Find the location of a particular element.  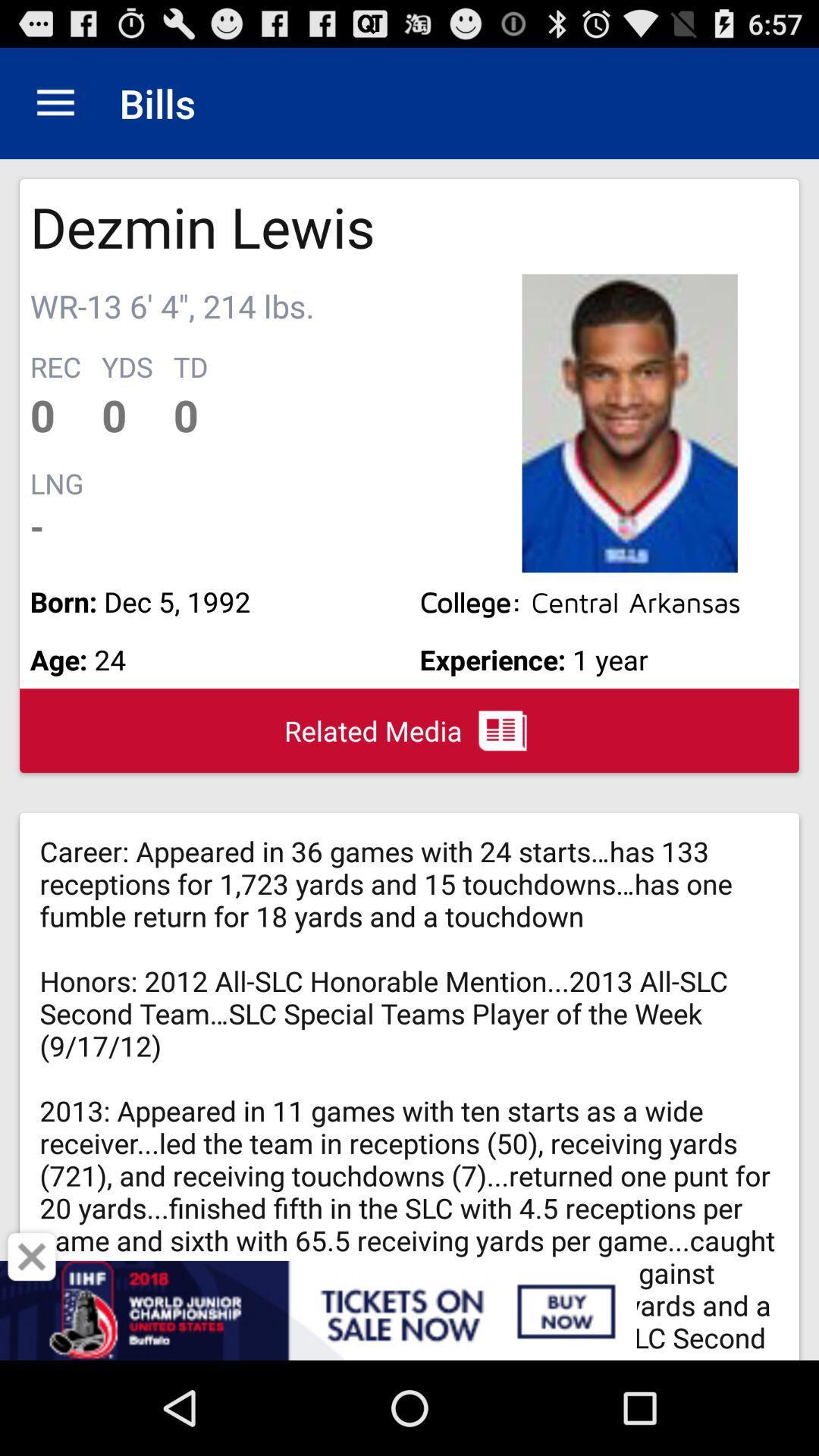

click off advertisements is located at coordinates (32, 1257).